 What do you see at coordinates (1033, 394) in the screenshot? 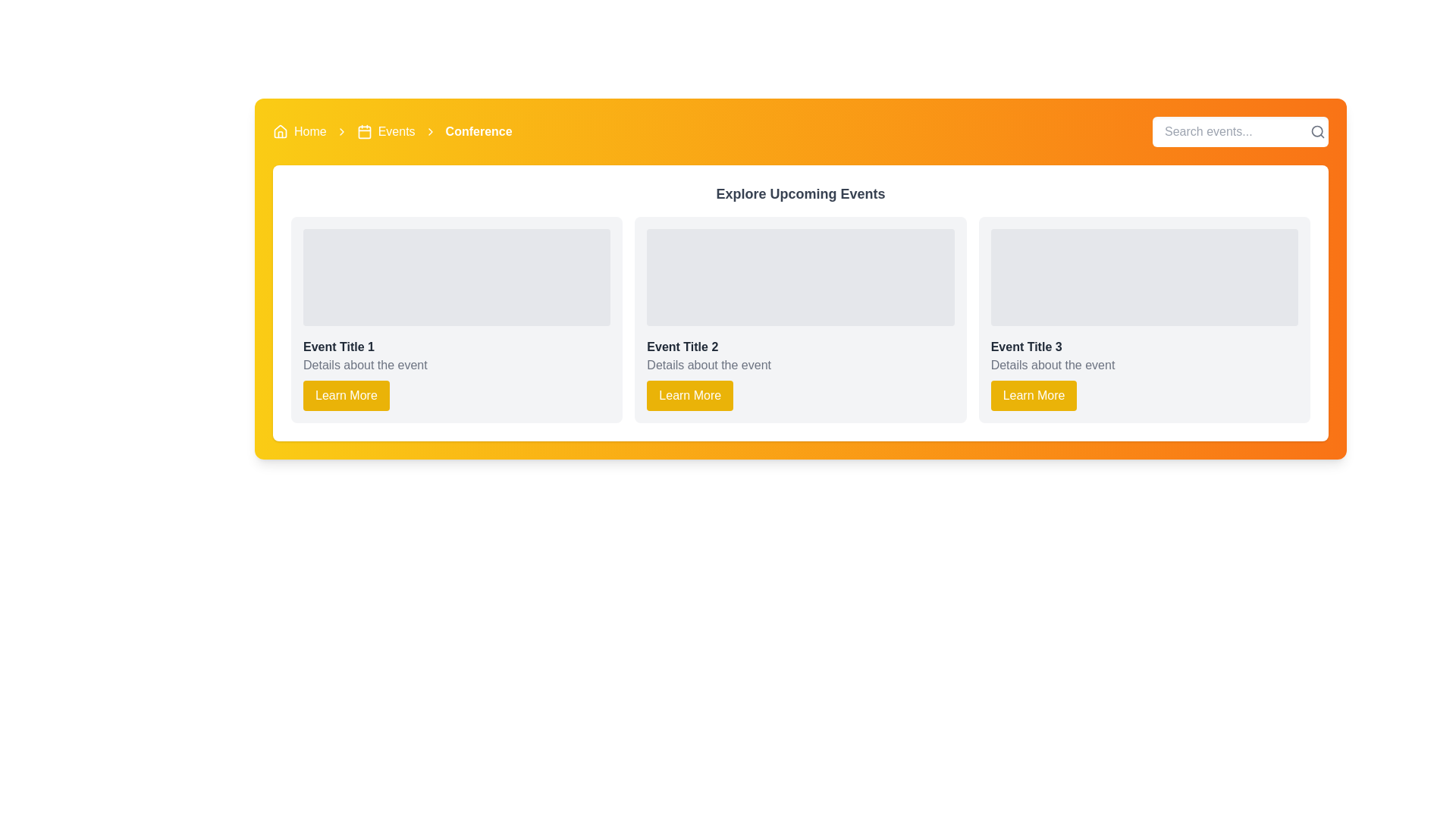
I see `the 'Learn More' button with a yellow background and white text located at the bottom-right corner of the event card labeled 'Event Title 3'` at bounding box center [1033, 394].